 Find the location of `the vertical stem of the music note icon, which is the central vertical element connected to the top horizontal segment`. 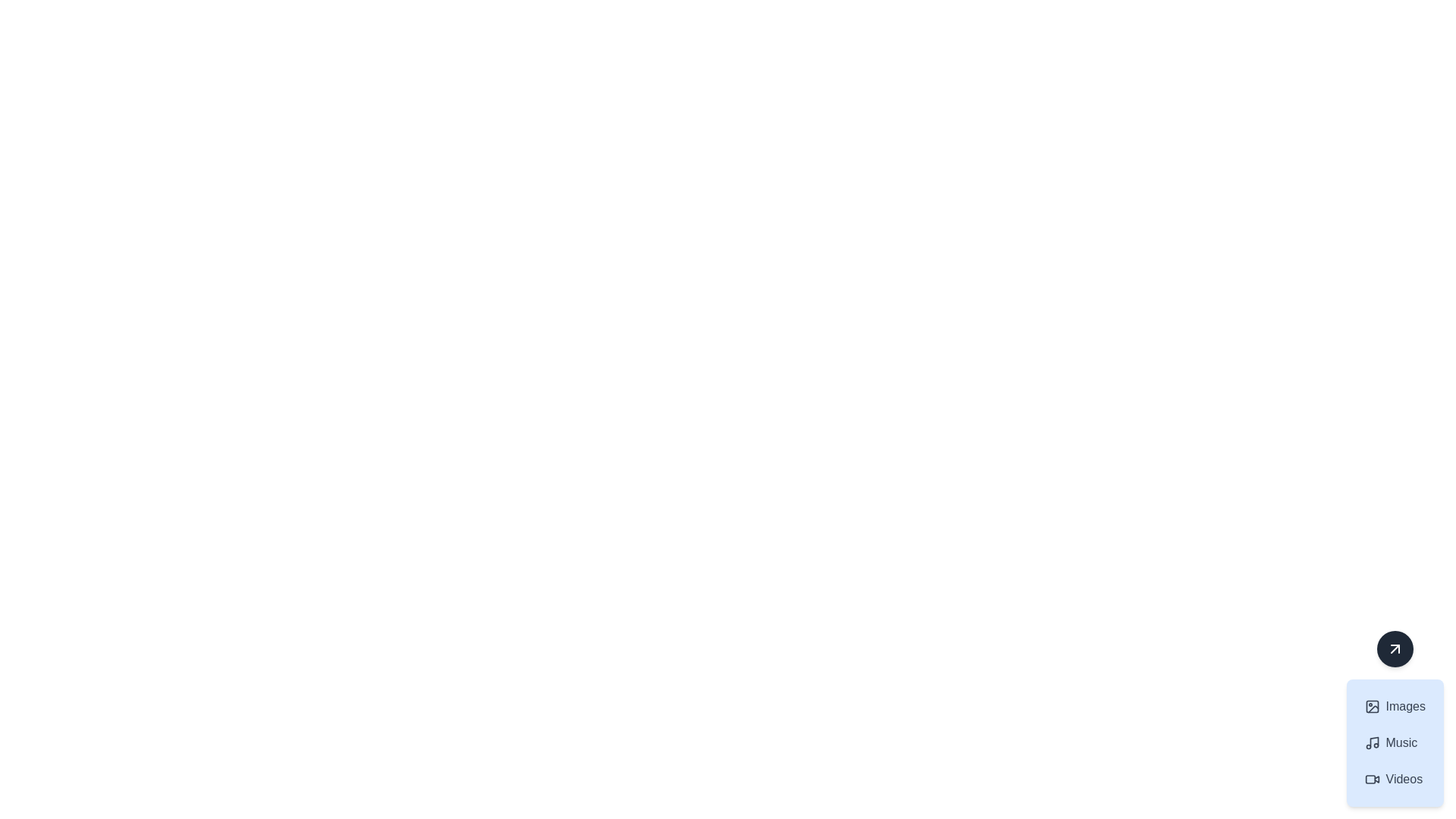

the vertical stem of the music note icon, which is the central vertical element connected to the top horizontal segment is located at coordinates (1374, 741).